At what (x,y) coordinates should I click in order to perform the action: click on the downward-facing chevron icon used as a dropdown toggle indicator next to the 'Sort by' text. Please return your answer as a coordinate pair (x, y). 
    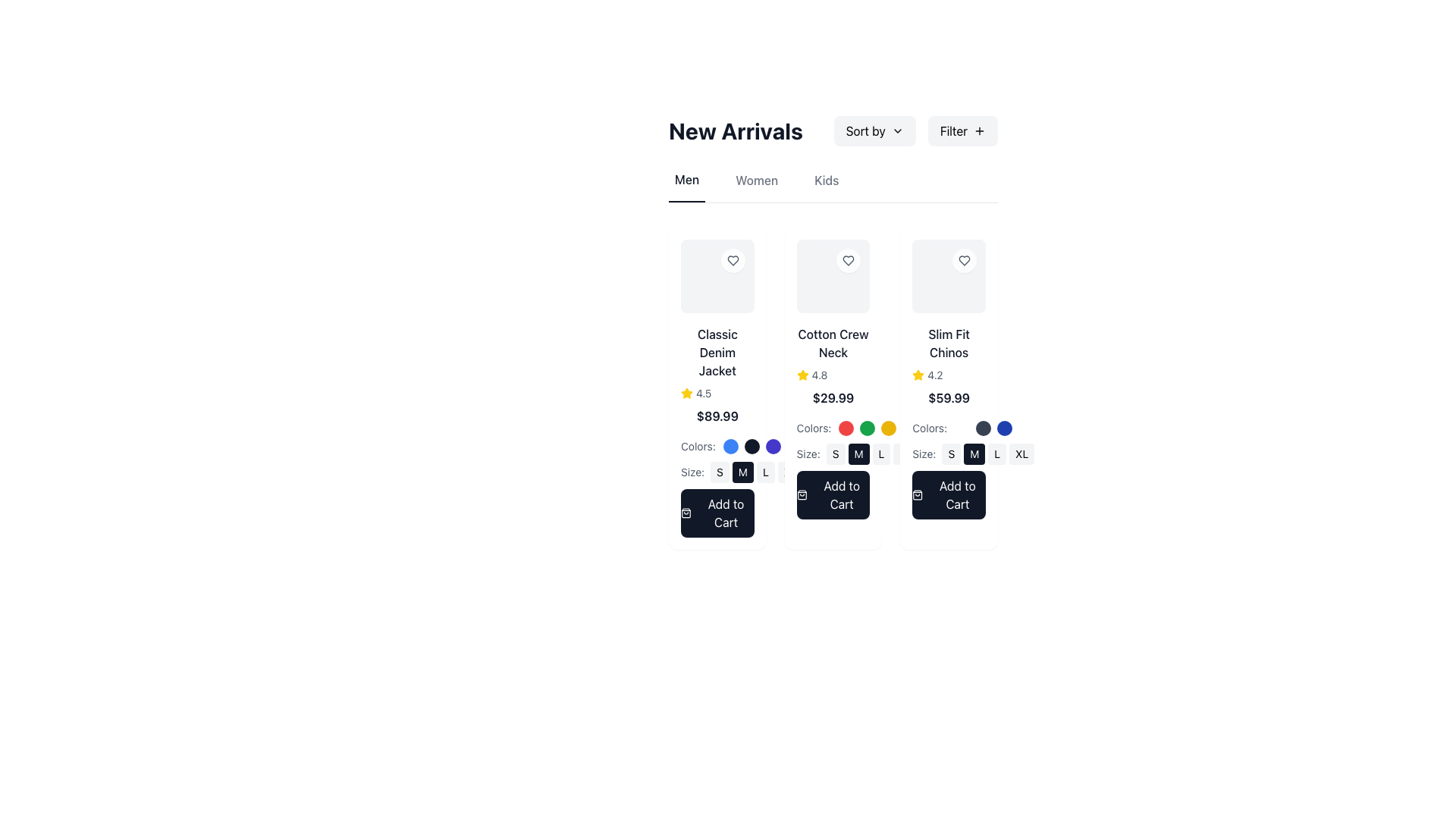
    Looking at the image, I should click on (897, 130).